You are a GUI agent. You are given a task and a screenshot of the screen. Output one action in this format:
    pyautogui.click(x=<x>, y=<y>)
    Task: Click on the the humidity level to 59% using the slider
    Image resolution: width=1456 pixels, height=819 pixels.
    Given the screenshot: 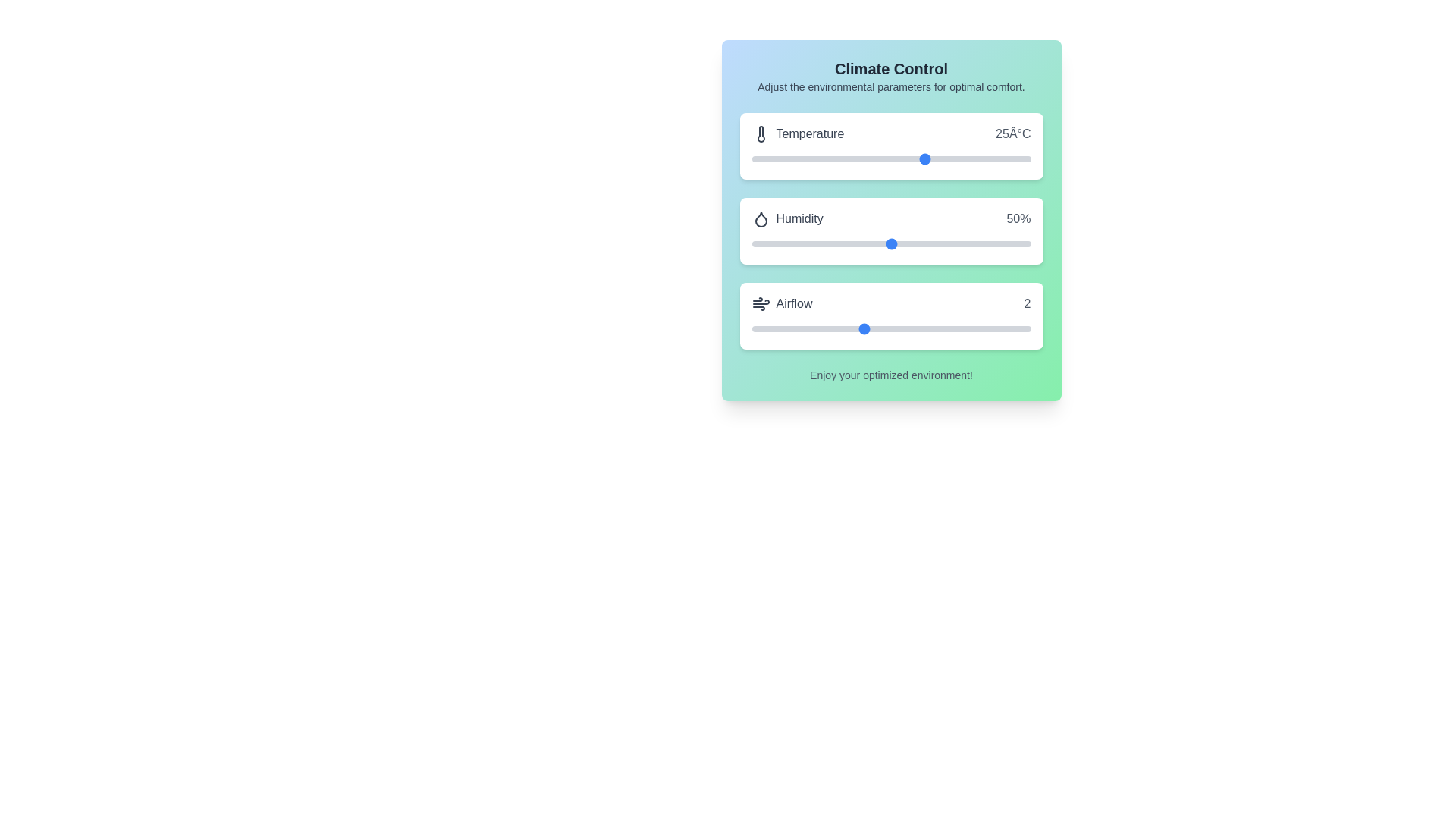 What is the action you would take?
    pyautogui.click(x=915, y=243)
    